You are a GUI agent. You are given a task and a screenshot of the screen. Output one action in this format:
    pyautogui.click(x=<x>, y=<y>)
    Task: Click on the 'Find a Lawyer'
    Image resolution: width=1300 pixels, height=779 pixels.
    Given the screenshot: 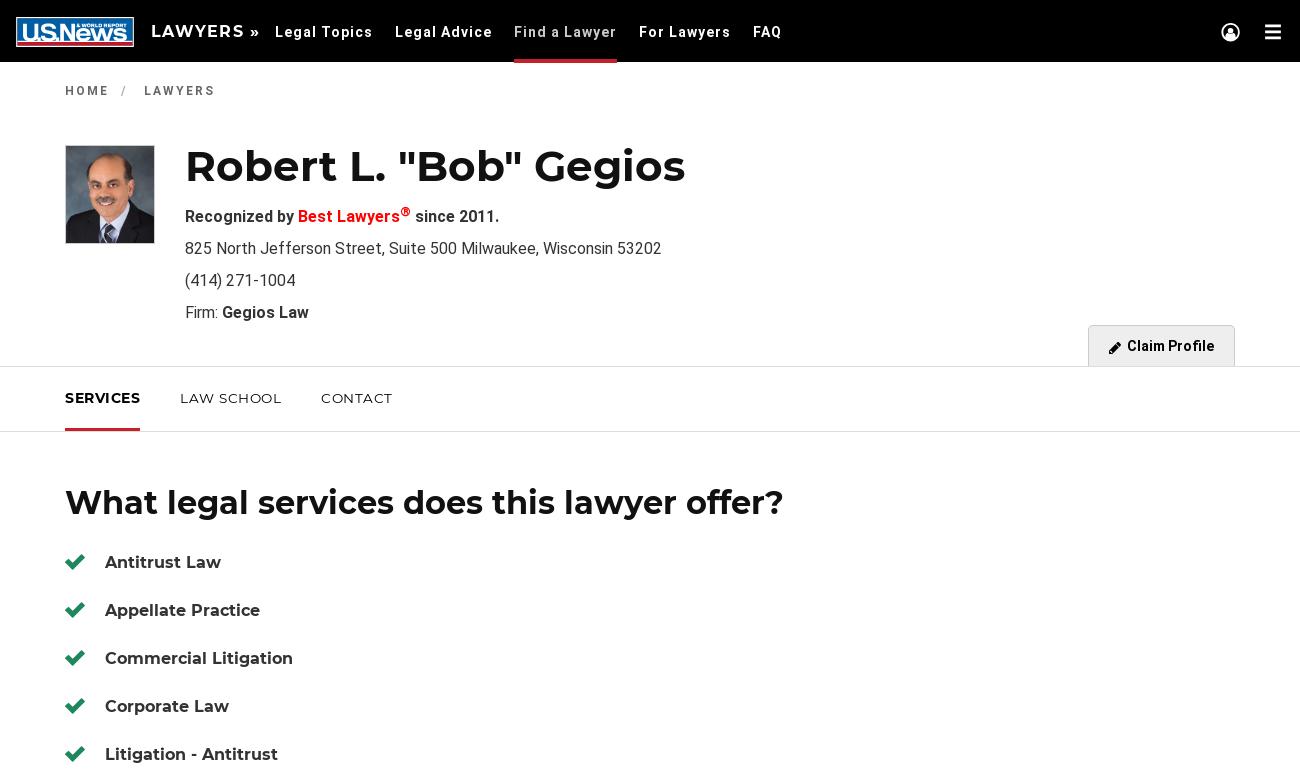 What is the action you would take?
    pyautogui.click(x=564, y=32)
    